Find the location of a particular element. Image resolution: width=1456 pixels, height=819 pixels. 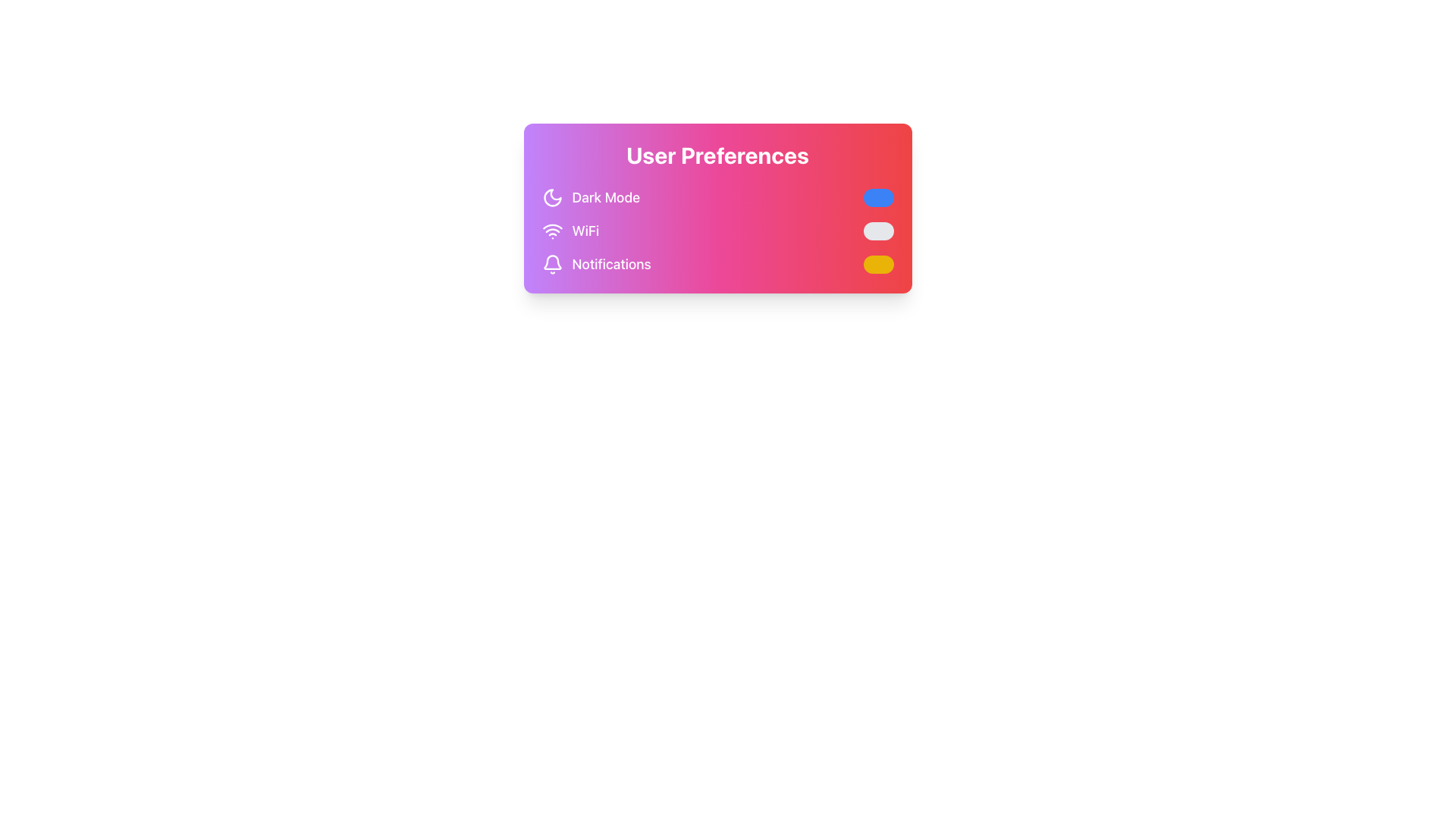

the crescent moon icon representing Dark Mode in the user preferences menu, which is positioned to the left of the 'Dark Mode' label is located at coordinates (551, 197).